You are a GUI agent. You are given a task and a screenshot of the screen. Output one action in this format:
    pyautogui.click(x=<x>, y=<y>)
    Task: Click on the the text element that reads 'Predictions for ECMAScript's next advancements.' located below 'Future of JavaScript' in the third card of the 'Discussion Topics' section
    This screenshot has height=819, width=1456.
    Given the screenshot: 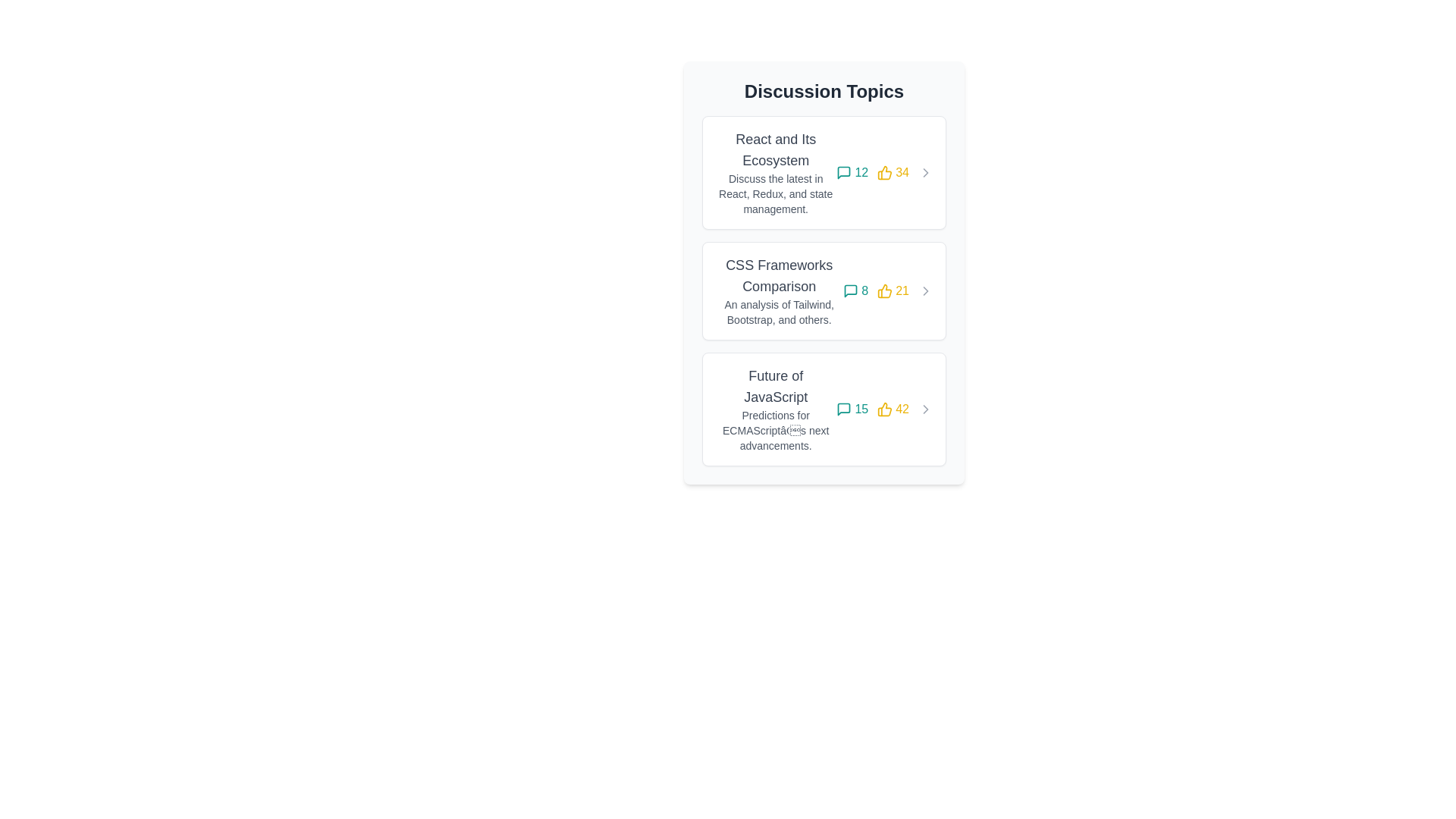 What is the action you would take?
    pyautogui.click(x=776, y=430)
    